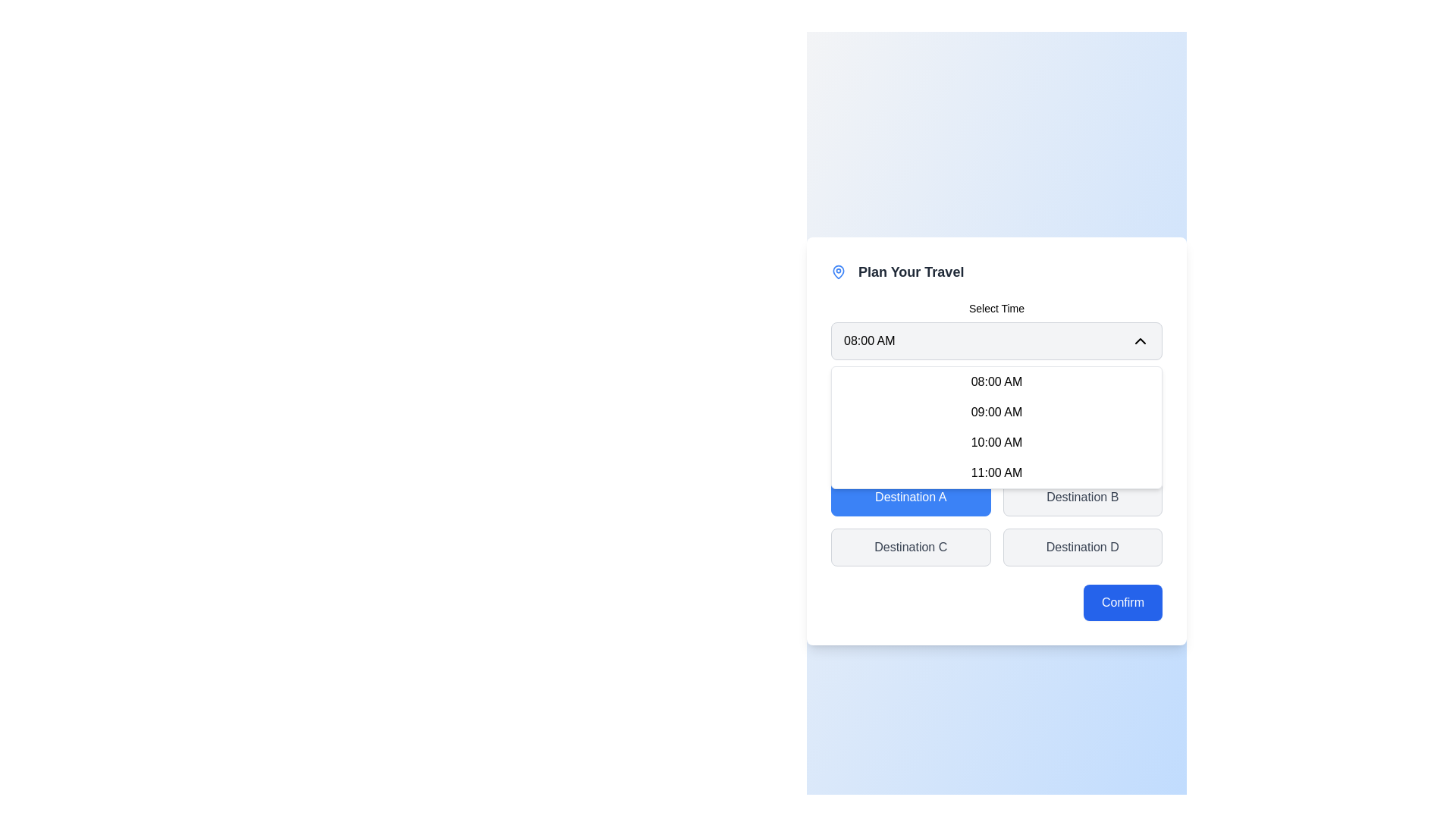 This screenshot has height=819, width=1456. I want to click on the '10:00 AM' text item in the dropdown list, so click(996, 442).